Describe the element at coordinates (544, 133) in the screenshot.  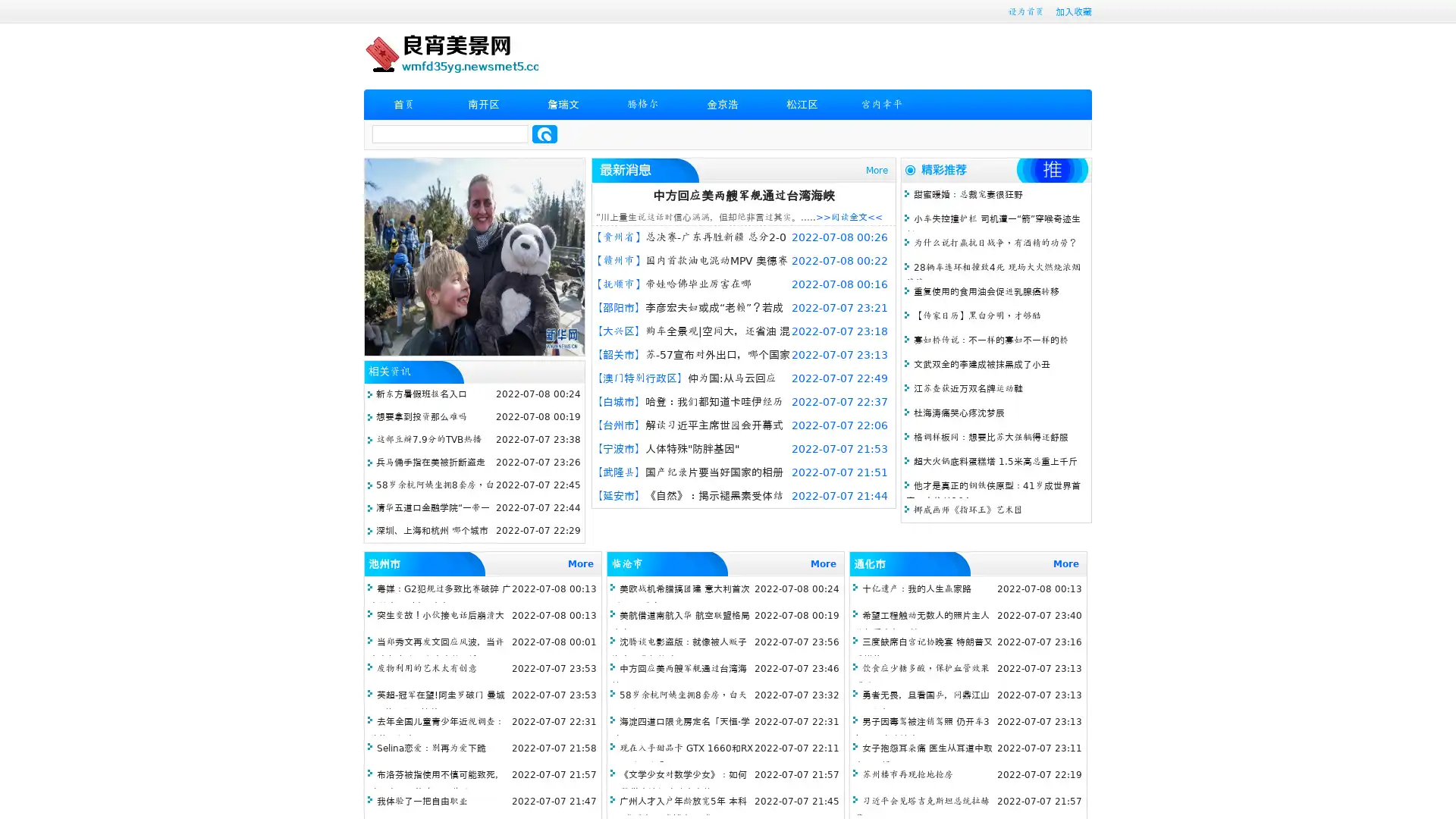
I see `Search` at that location.